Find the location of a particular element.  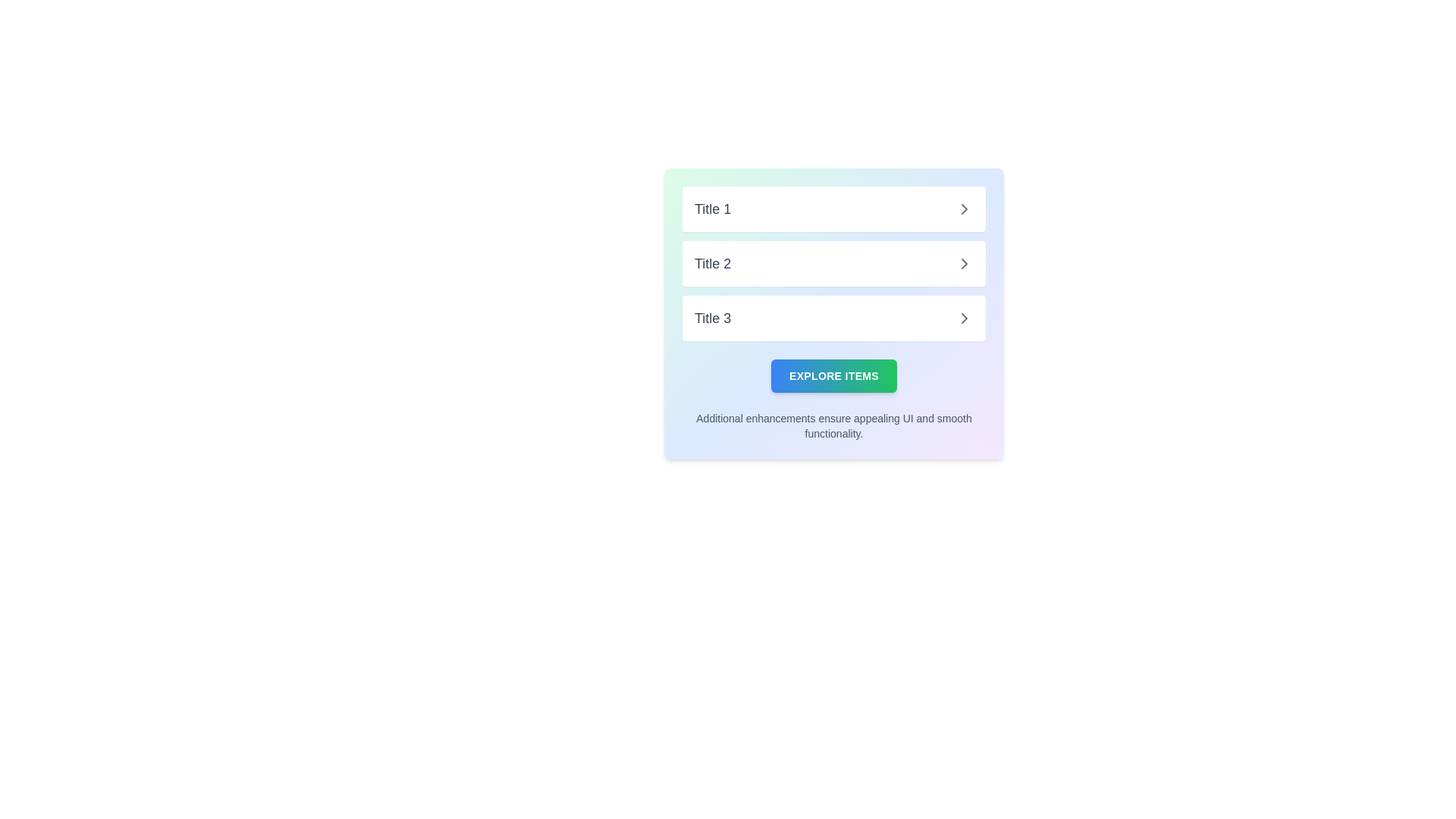

the rectangular button labeled 'EXPLORE ITEMS' with a gradient background transitioning from blue to green, located beneath three list items and above a block of text is located at coordinates (833, 375).